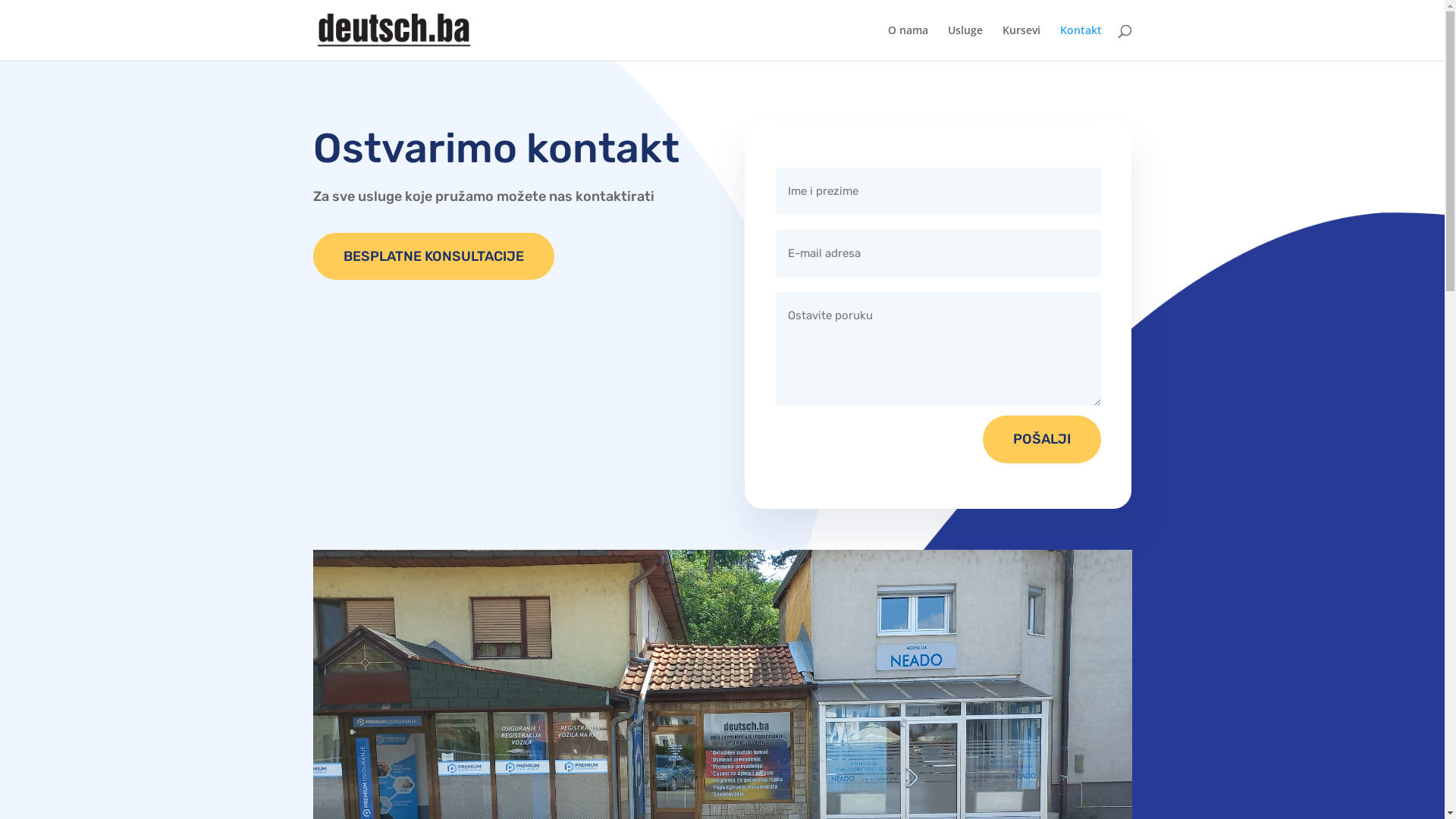 The height and width of the screenshot is (819, 1456). What do you see at coordinates (432, 256) in the screenshot?
I see `'BESPLATNE KONSULTACIJE'` at bounding box center [432, 256].